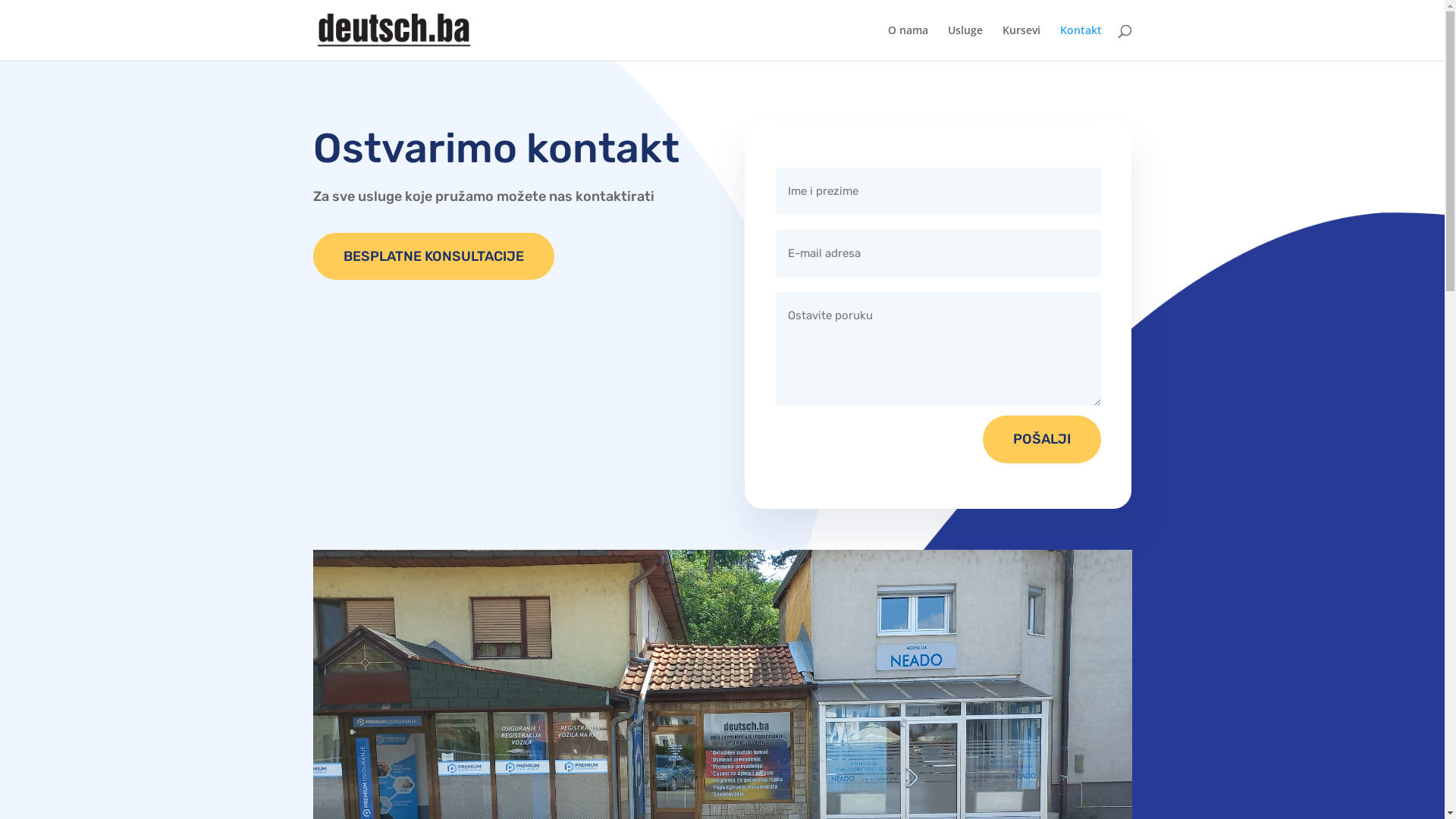 The height and width of the screenshot is (819, 1456). What do you see at coordinates (432, 256) in the screenshot?
I see `'BESPLATNE KONSULTACIJE'` at bounding box center [432, 256].